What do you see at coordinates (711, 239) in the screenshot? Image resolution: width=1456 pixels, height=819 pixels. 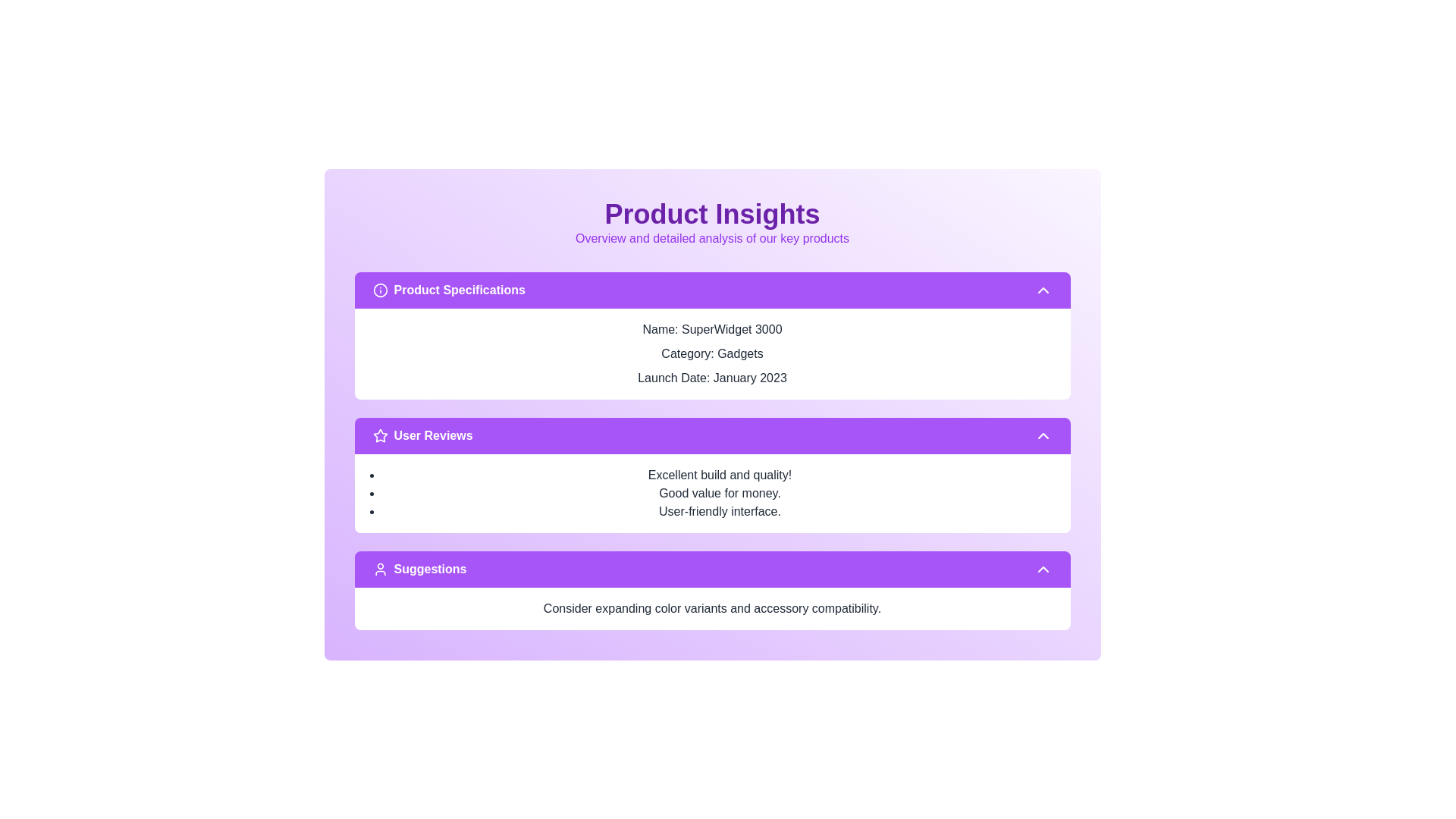 I see `the text label that reads 'Overview and detailed analysis of our key products', which is styled in light purple and positioned directly below 'Product Insights' in the header section` at bounding box center [711, 239].